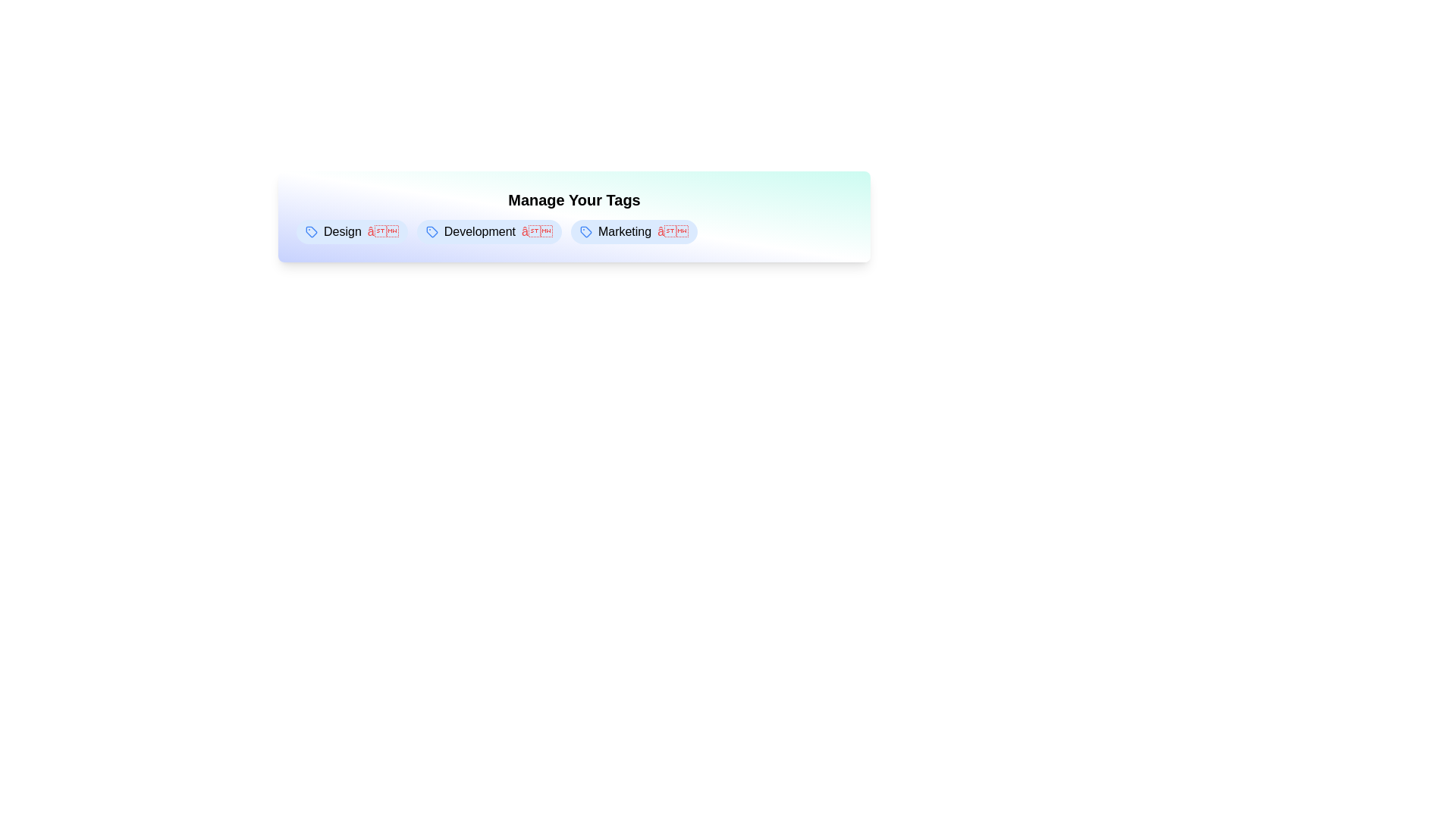 This screenshot has height=819, width=1456. What do you see at coordinates (537, 231) in the screenshot?
I see `remove button next to the tag labeled Development` at bounding box center [537, 231].